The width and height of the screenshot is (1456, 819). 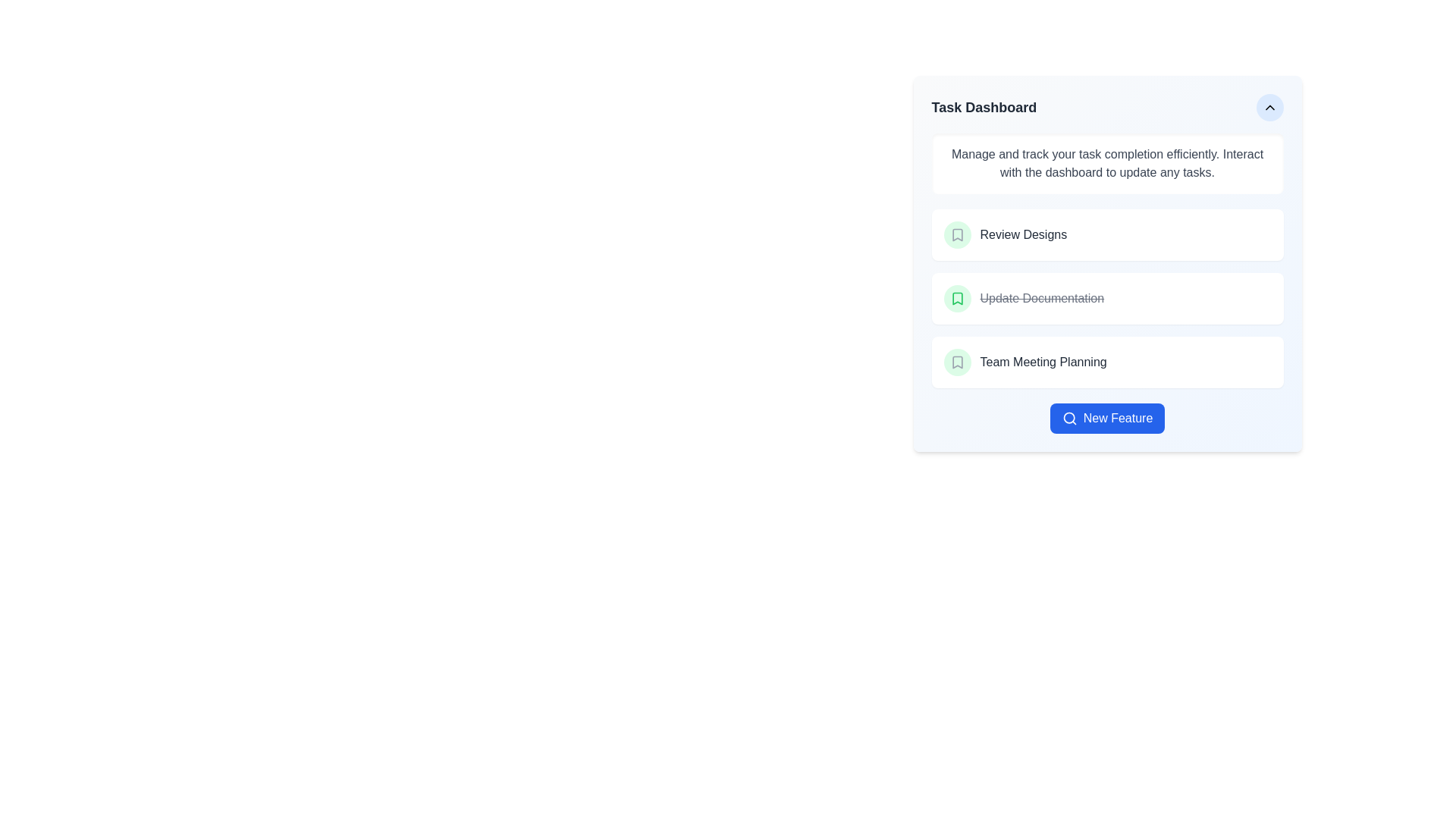 I want to click on the button at the bottom center of the white card titled 'Task Dashboard', so click(x=1107, y=418).